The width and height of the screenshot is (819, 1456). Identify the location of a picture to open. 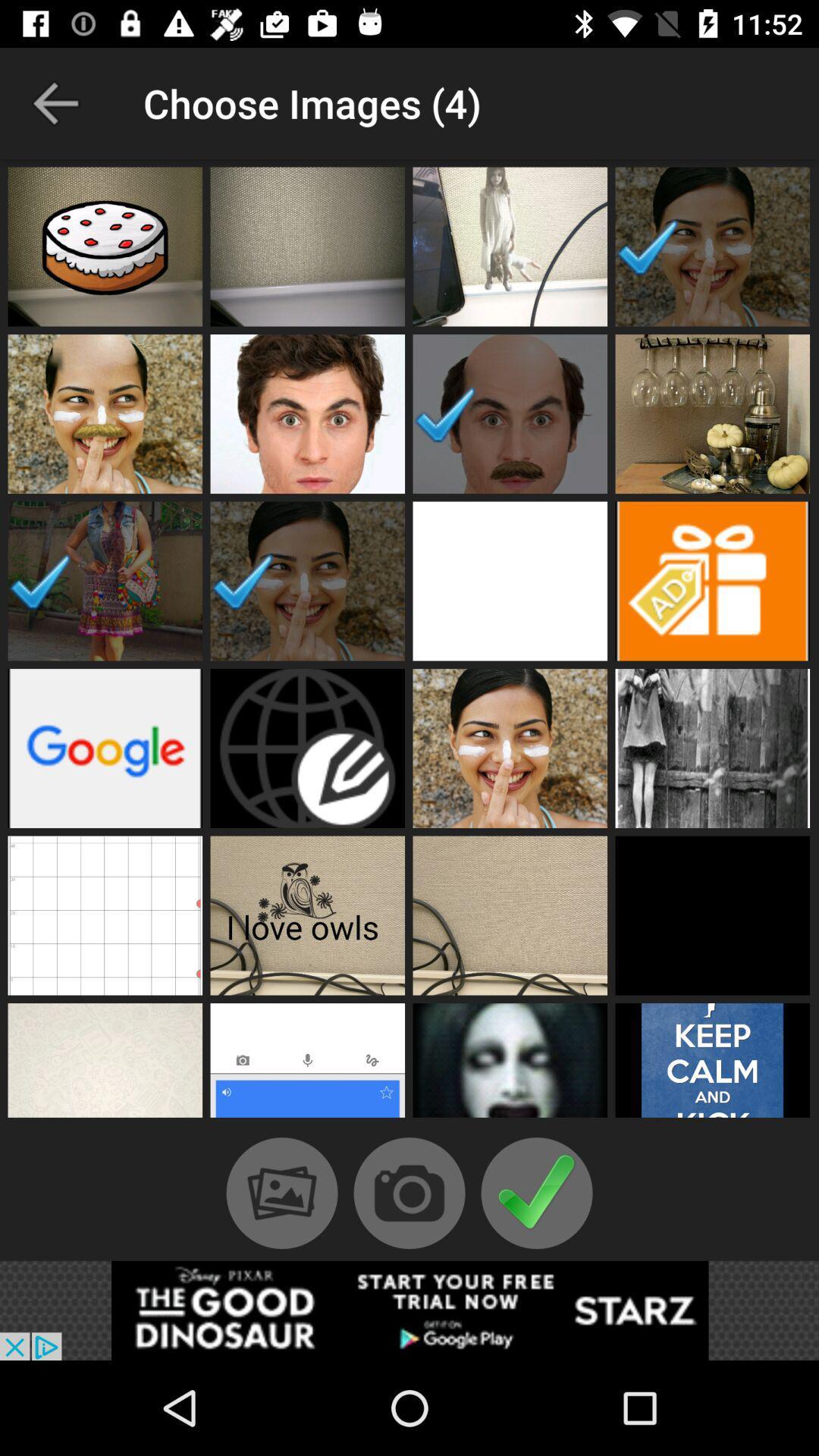
(510, 246).